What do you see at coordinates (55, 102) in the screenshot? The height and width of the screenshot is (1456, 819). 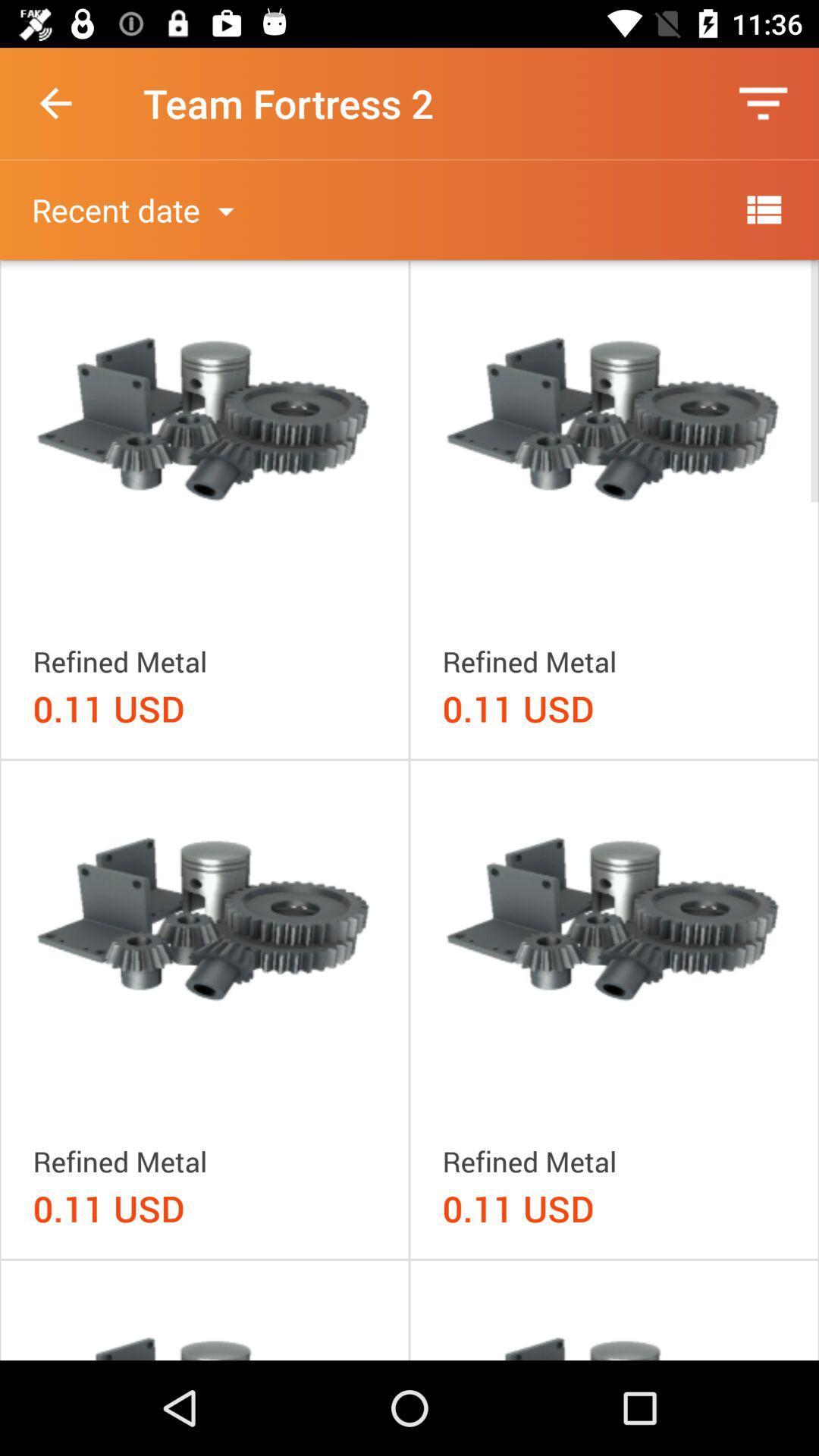 I see `the item next to team fortress 2` at bounding box center [55, 102].